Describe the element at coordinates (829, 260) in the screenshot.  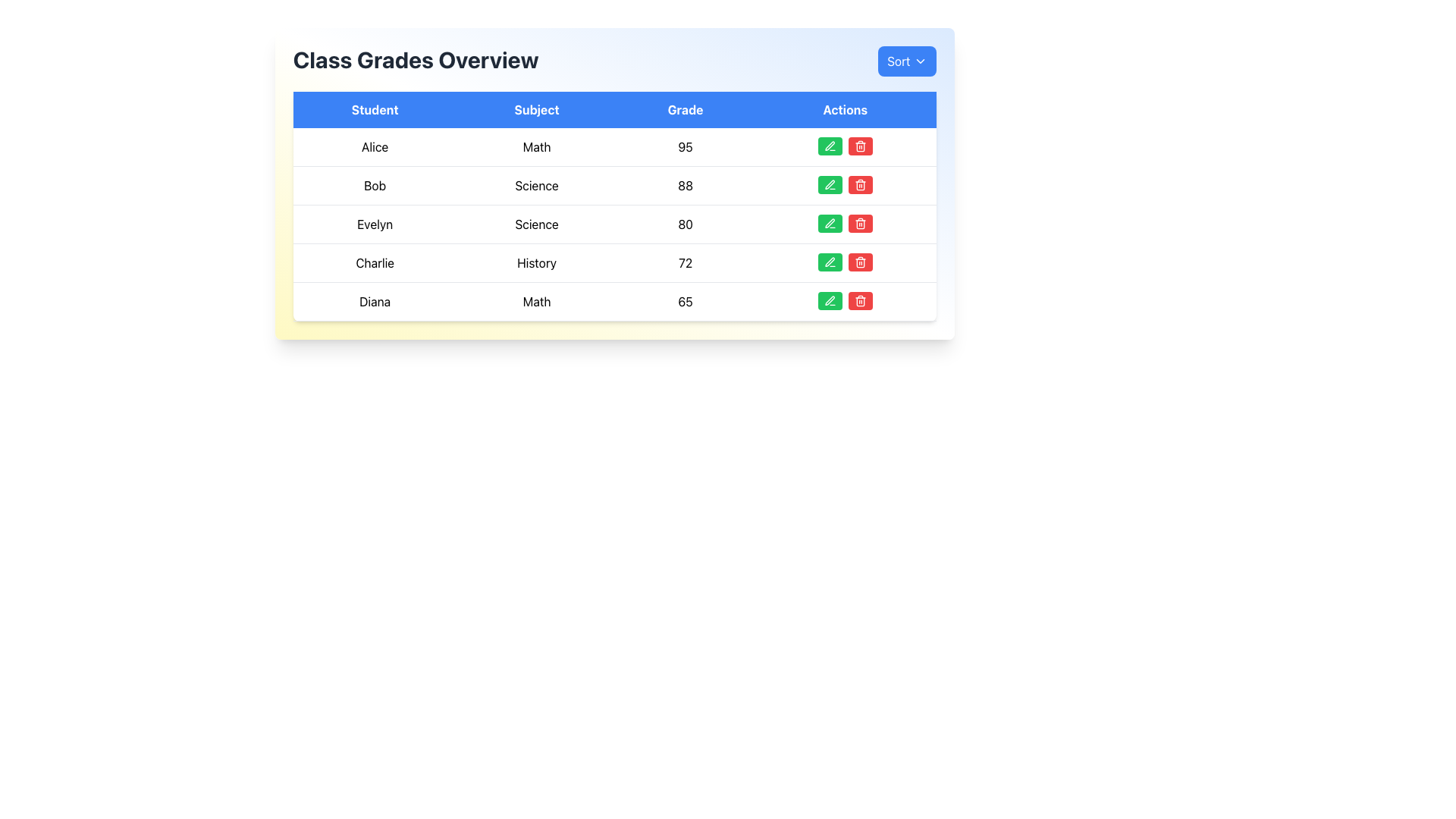
I see `the pen edit icon located in the 'Actions' column of the table for the row associated with the subject History and grade 72 to invoke the edit functionality` at that location.